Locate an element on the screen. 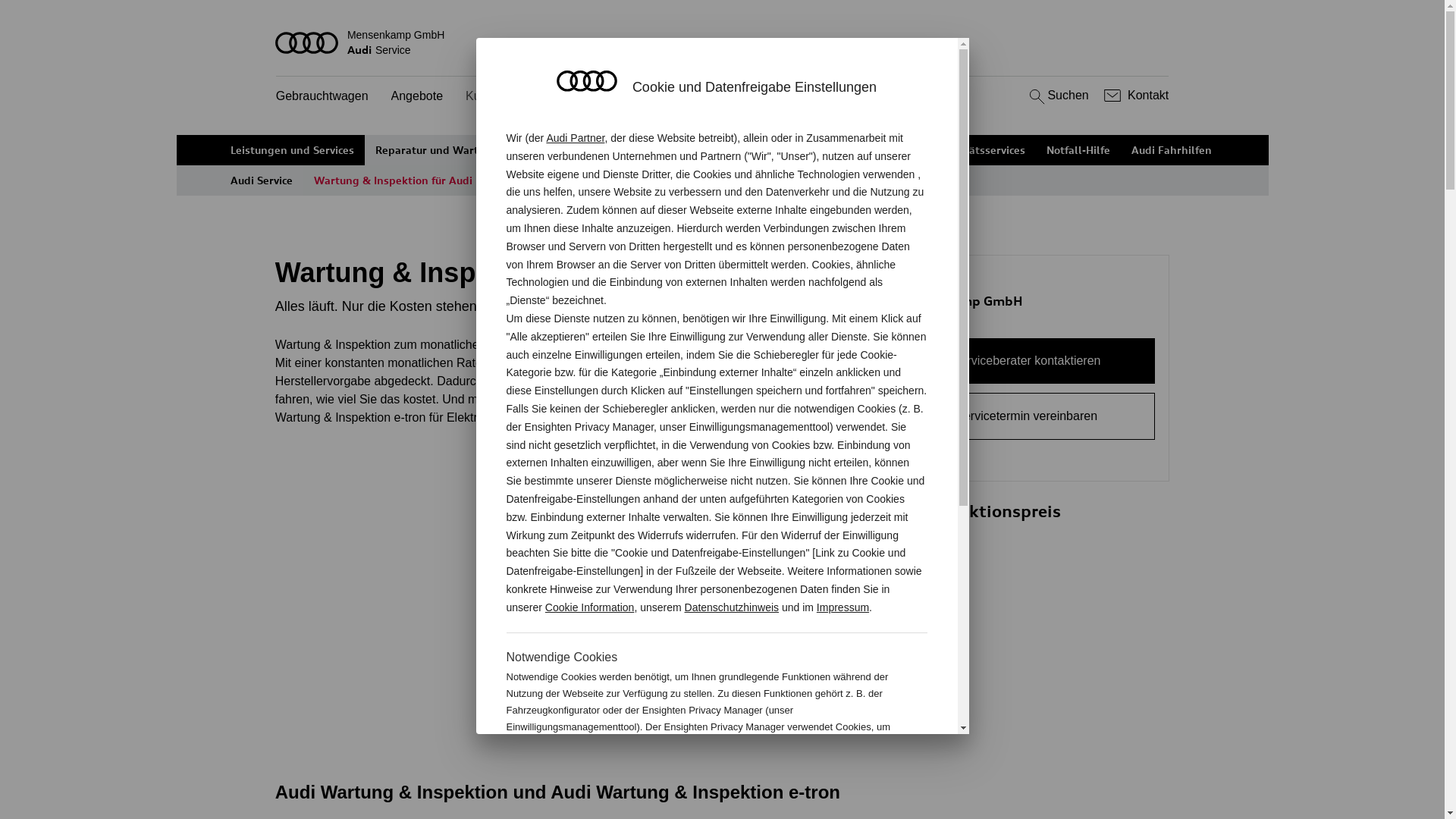 The image size is (1456, 819). 'Audi Service' is located at coordinates (262, 180).